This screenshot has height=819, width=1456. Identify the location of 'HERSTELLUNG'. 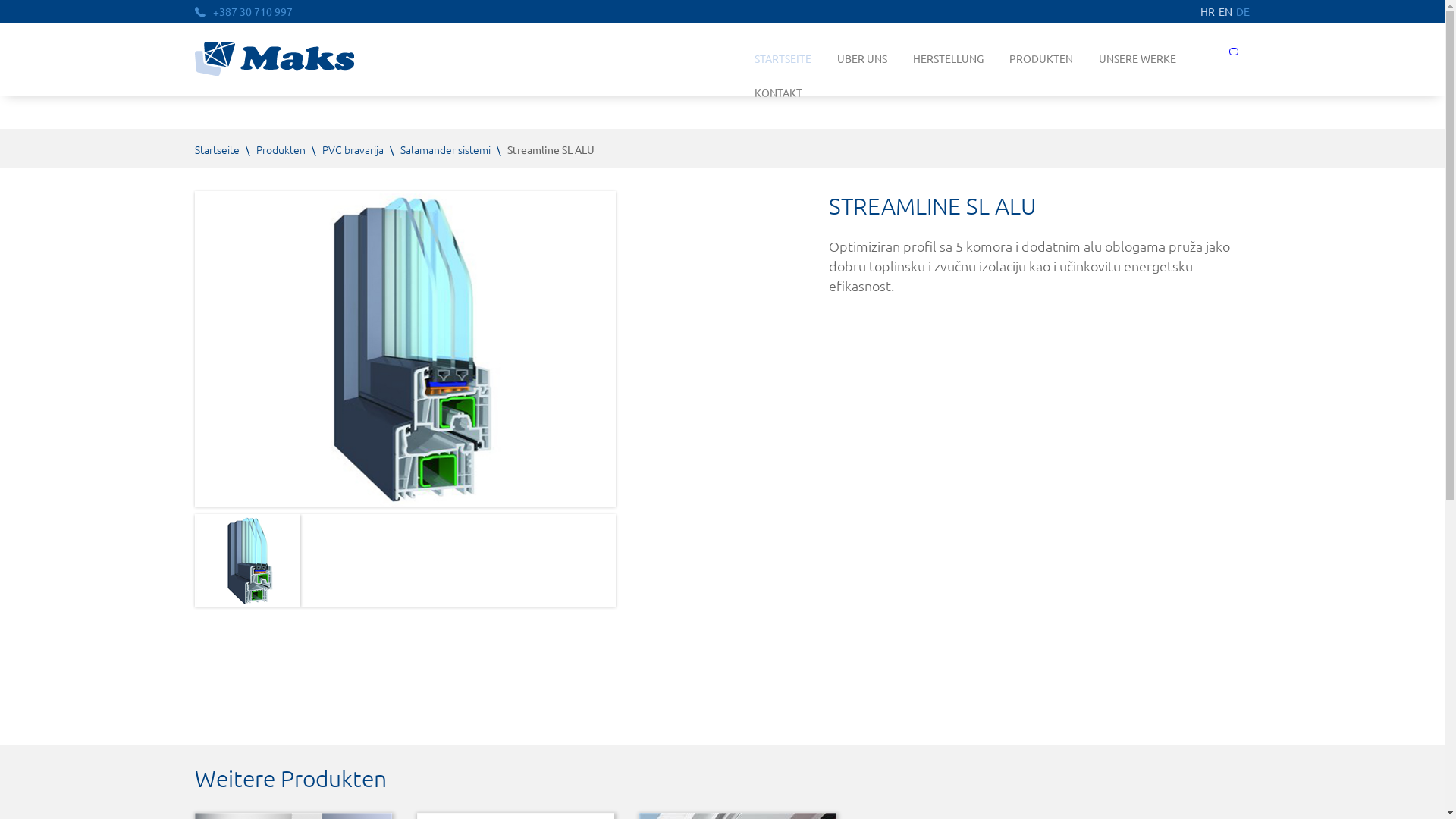
(947, 58).